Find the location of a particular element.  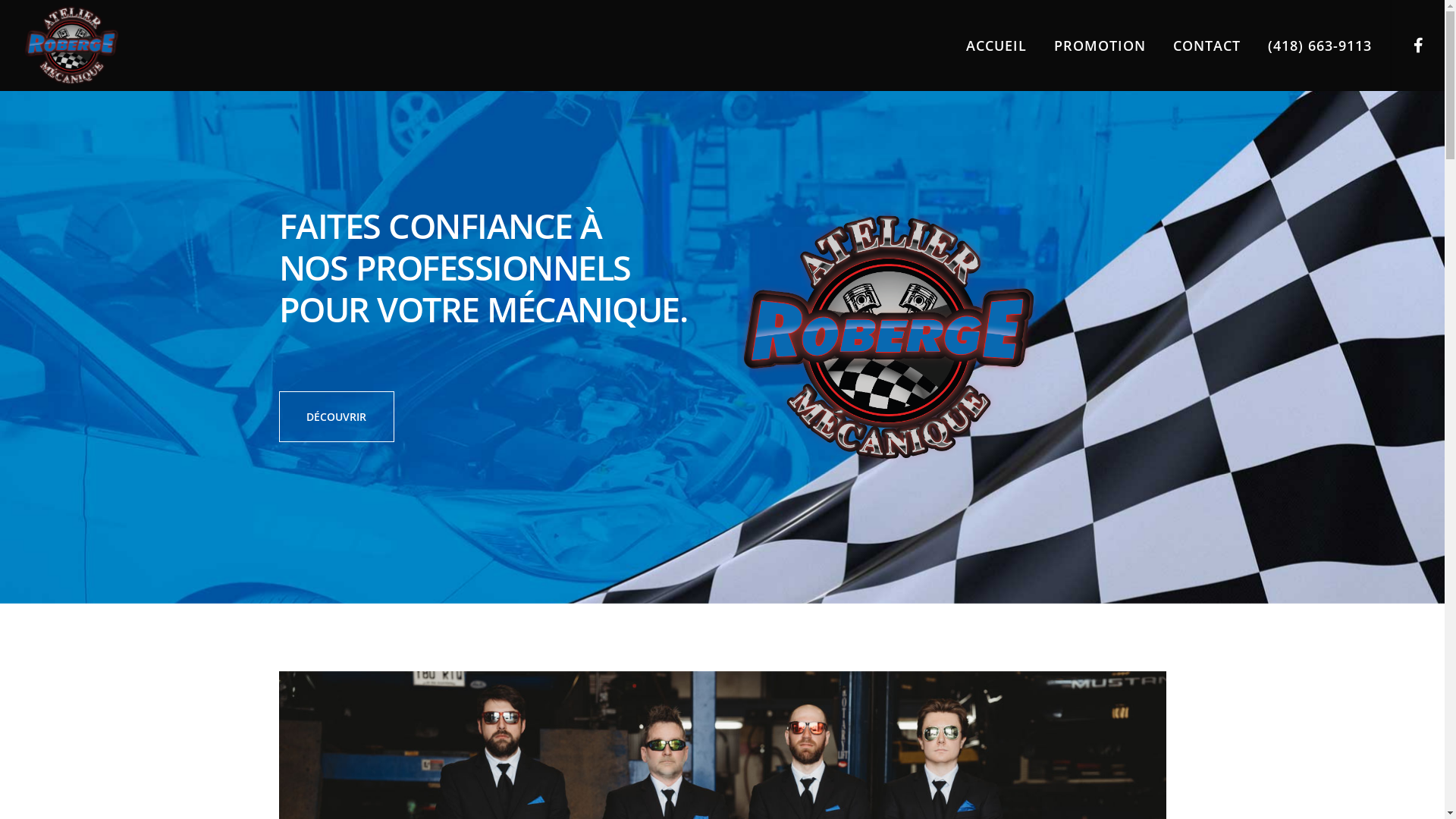

'(418) 663-9113' is located at coordinates (1305, 45).